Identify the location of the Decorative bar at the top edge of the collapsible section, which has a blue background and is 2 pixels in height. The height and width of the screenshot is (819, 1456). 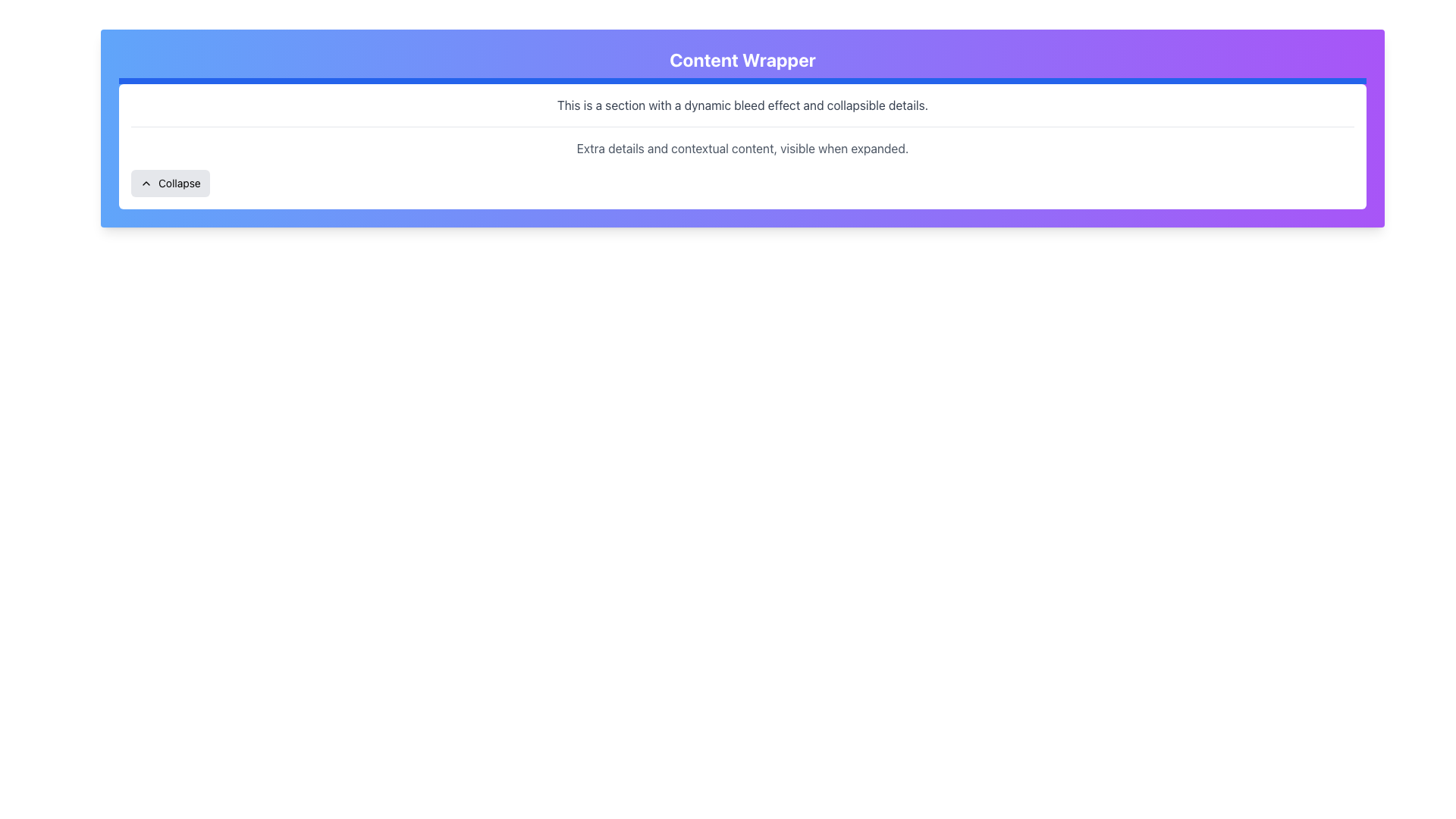
(742, 81).